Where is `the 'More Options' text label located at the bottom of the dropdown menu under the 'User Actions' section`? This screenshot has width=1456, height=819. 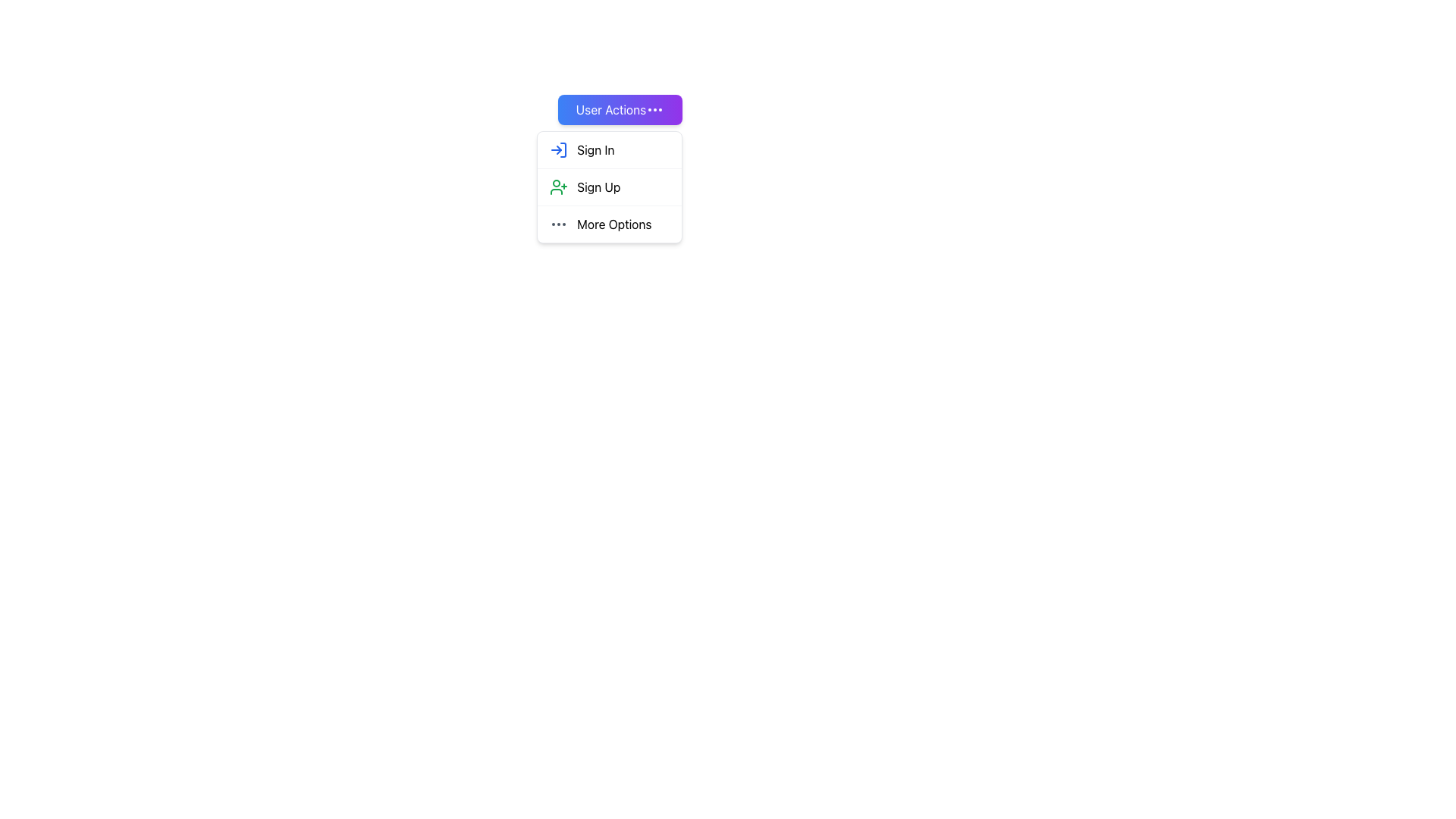
the 'More Options' text label located at the bottom of the dropdown menu under the 'User Actions' section is located at coordinates (614, 224).